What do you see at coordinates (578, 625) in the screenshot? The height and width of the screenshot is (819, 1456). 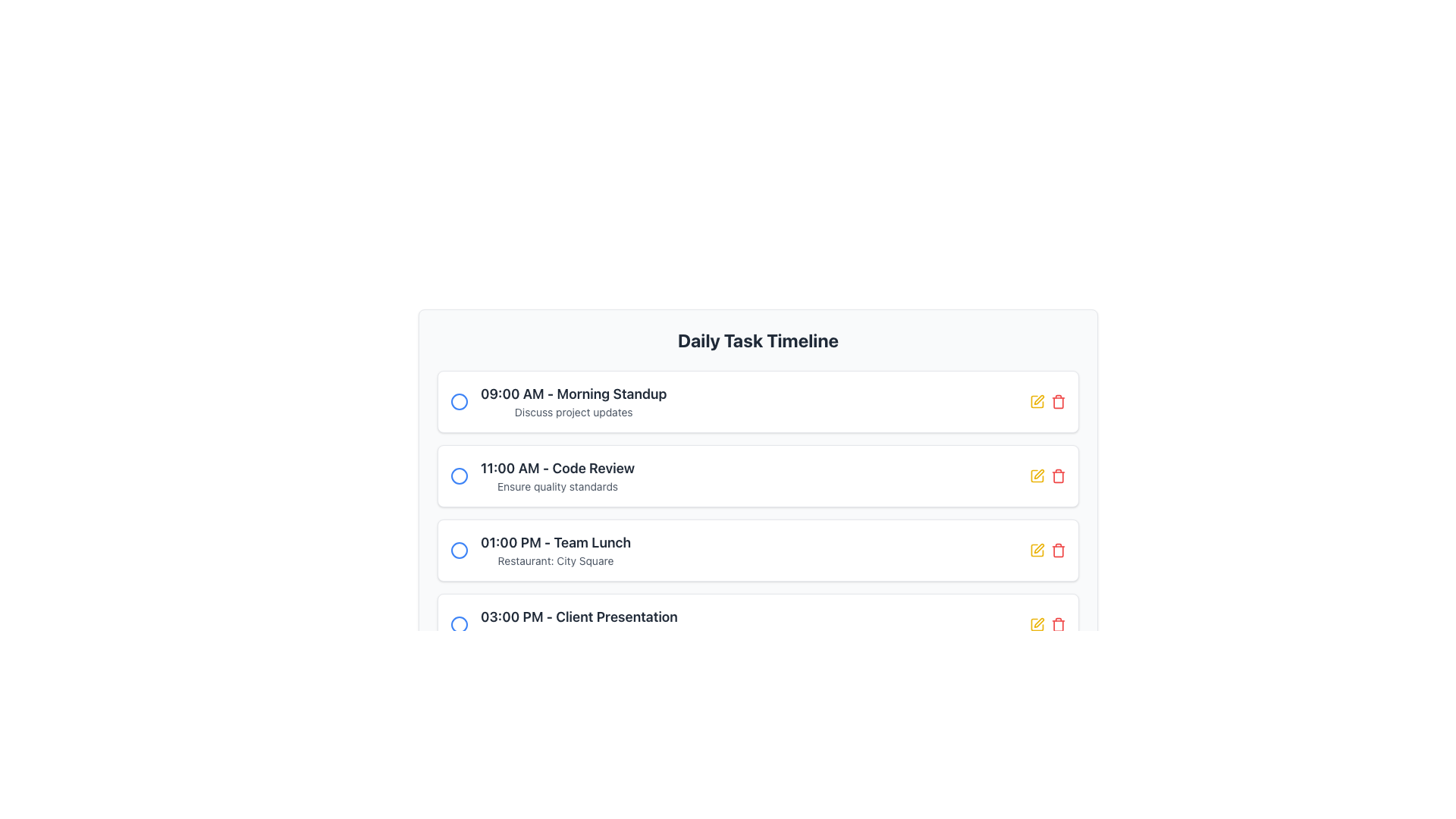 I see `the last entry in the 'Daily Task Timeline' section which represents a scheduled task for a client presentation event at 03:00 PM` at bounding box center [578, 625].